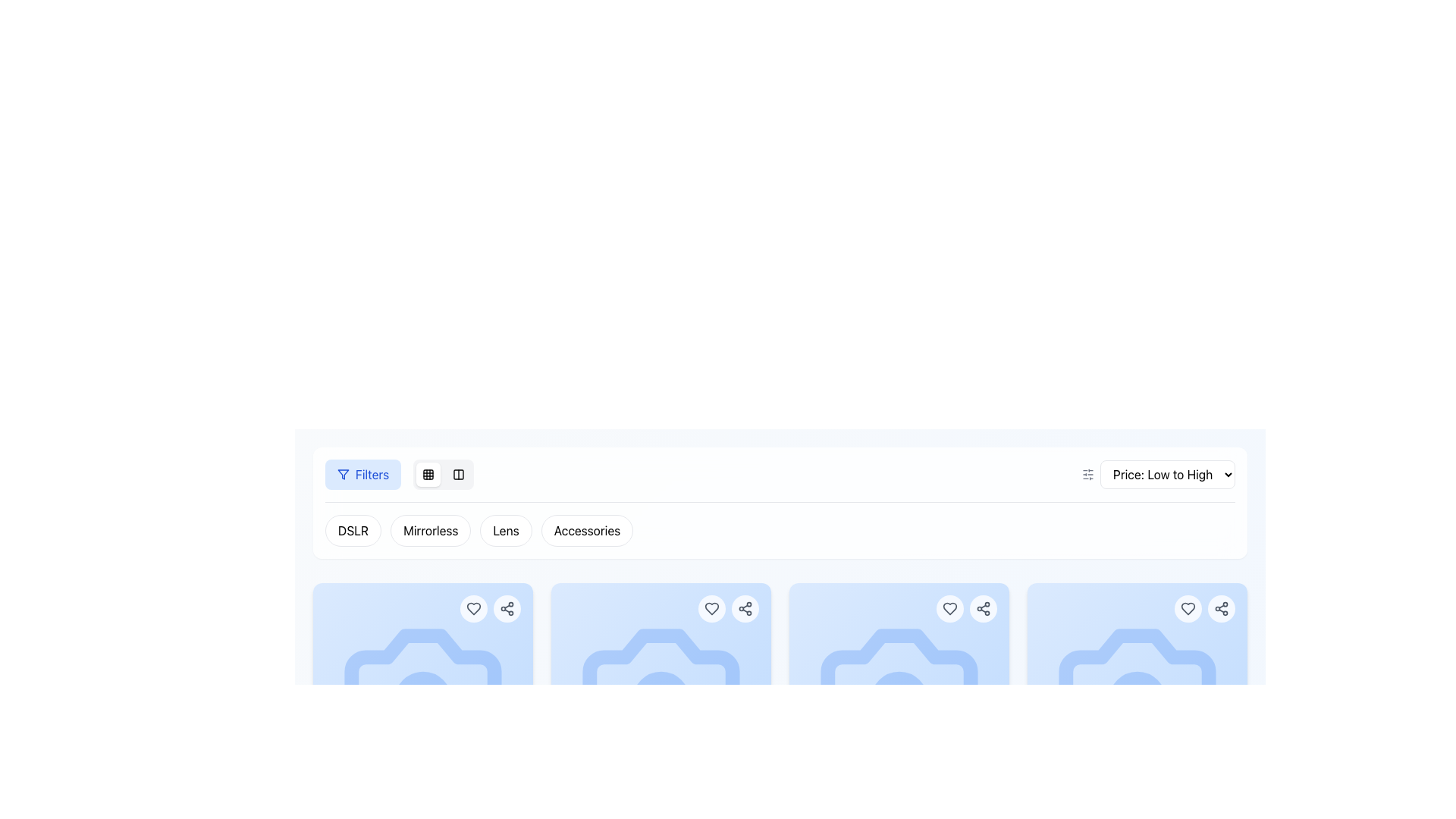 This screenshot has height=819, width=1456. Describe the element at coordinates (472, 607) in the screenshot. I see `the heart icon within the rounded square button located at the top-right corner of the image preview card` at that location.